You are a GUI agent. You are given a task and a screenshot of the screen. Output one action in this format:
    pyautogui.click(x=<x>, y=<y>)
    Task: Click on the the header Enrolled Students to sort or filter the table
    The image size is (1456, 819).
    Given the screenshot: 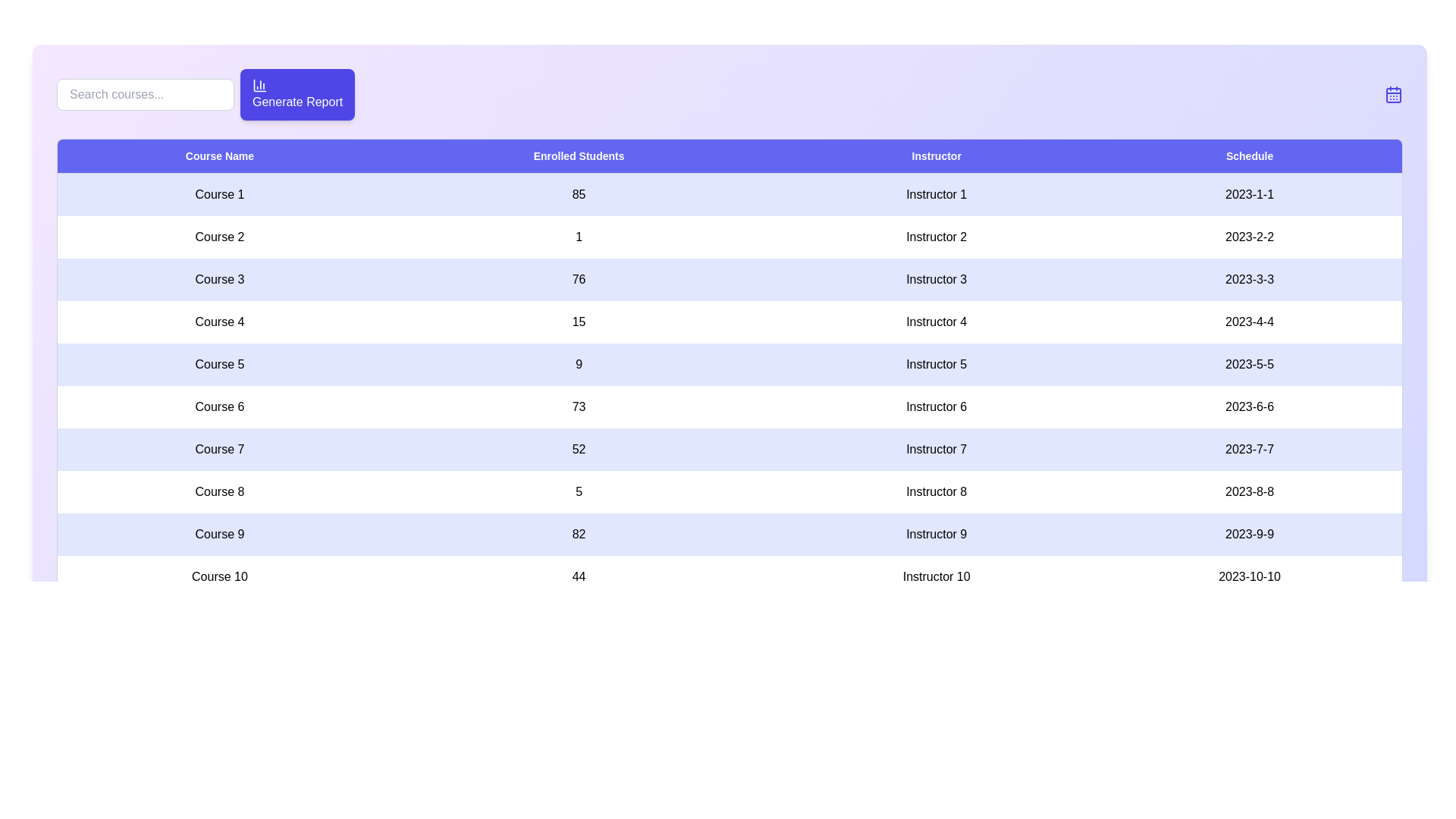 What is the action you would take?
    pyautogui.click(x=578, y=156)
    